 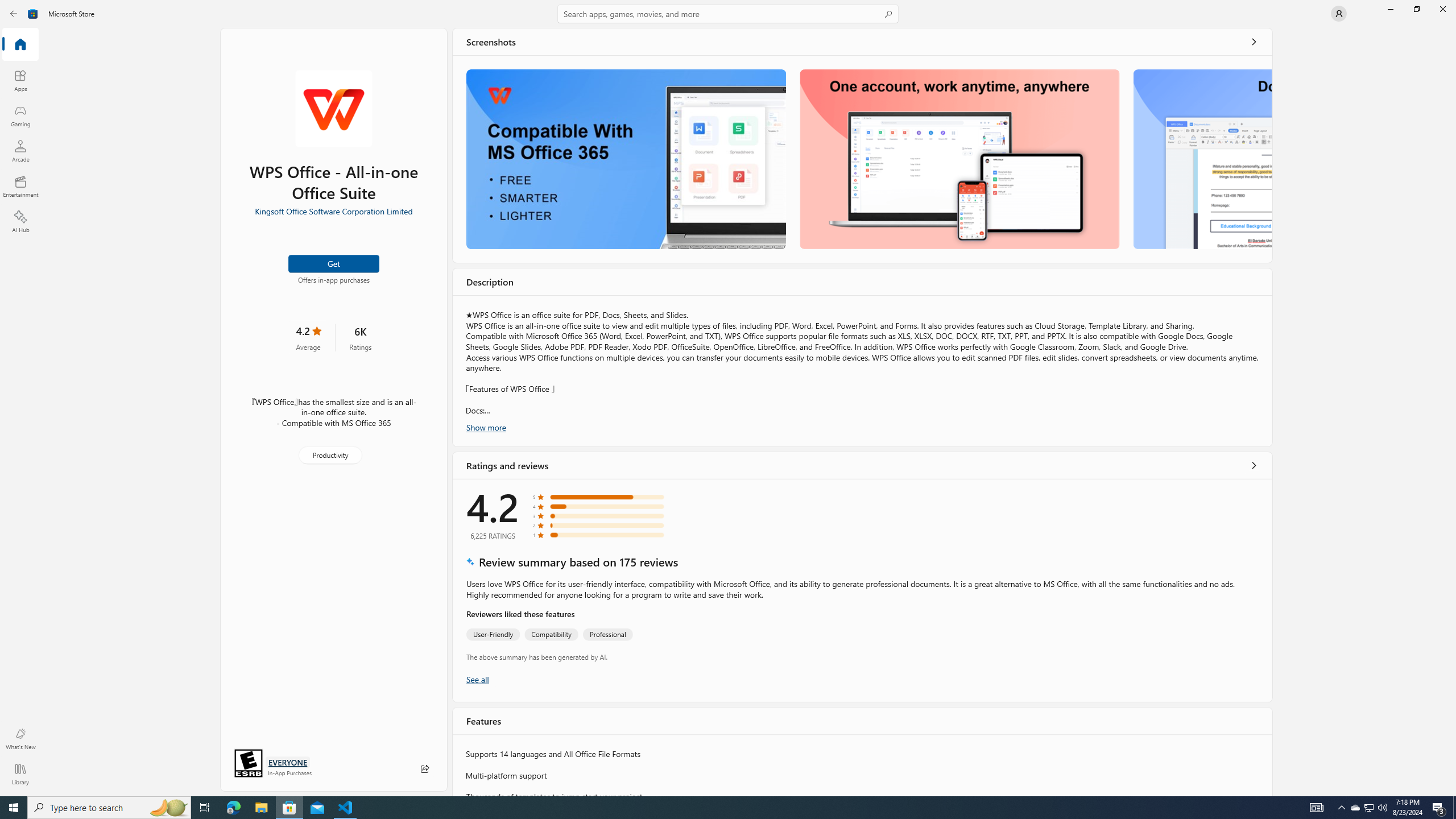 I want to click on 'Show more', so click(x=485, y=427).